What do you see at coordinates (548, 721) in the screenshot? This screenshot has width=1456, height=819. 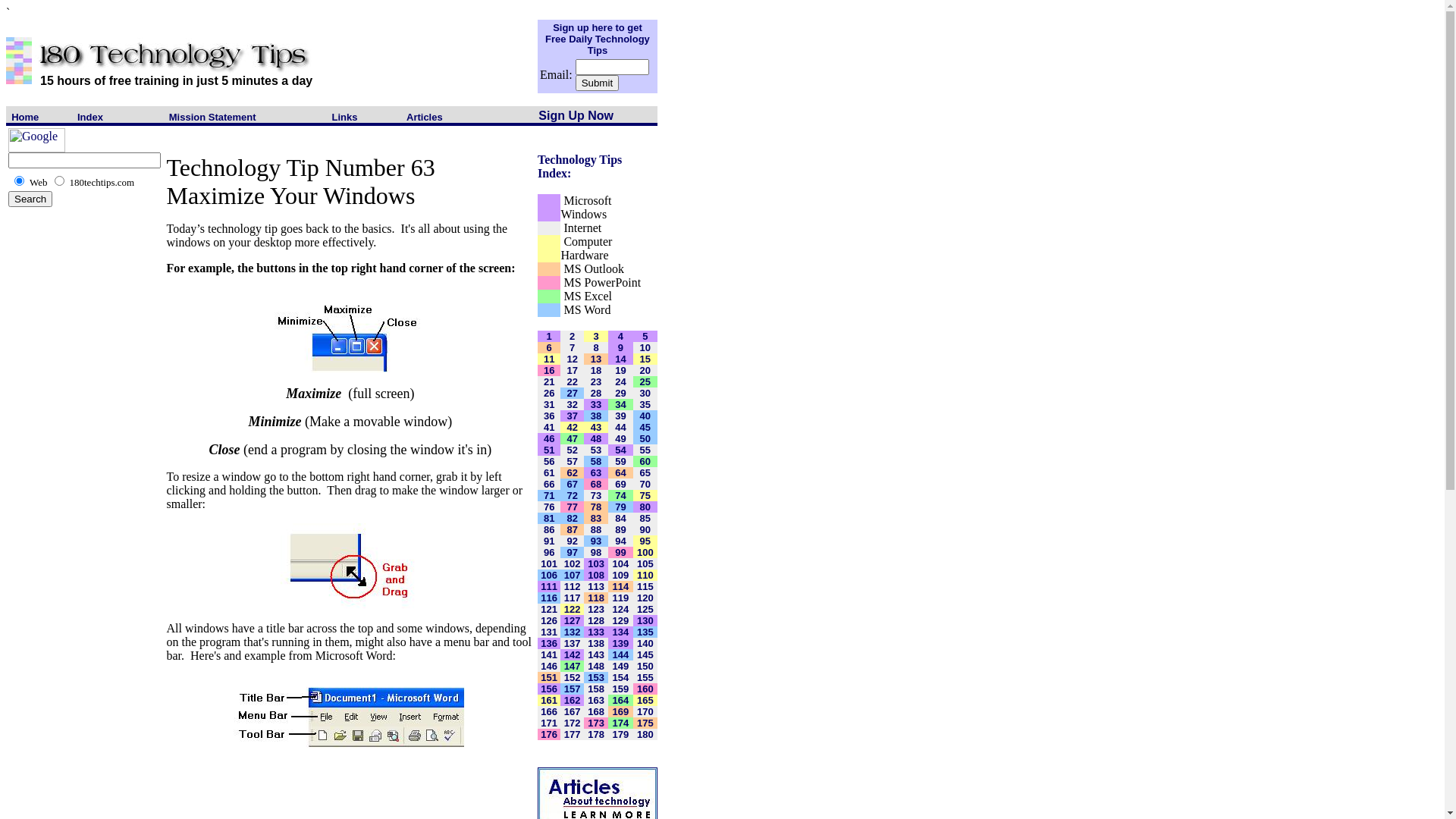 I see `'171'` at bounding box center [548, 721].